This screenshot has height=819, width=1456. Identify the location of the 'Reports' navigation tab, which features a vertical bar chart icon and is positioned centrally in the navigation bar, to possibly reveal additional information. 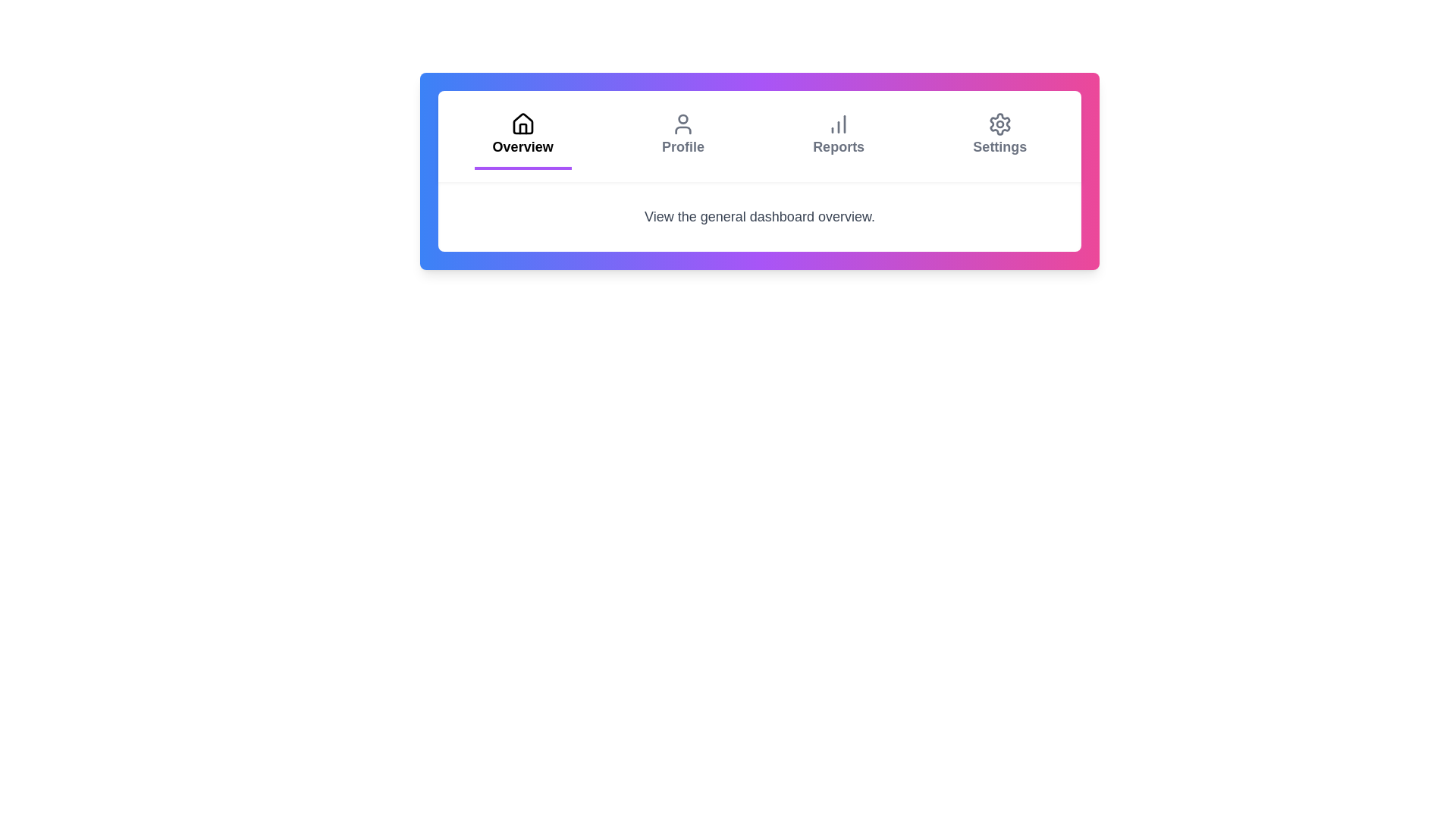
(838, 136).